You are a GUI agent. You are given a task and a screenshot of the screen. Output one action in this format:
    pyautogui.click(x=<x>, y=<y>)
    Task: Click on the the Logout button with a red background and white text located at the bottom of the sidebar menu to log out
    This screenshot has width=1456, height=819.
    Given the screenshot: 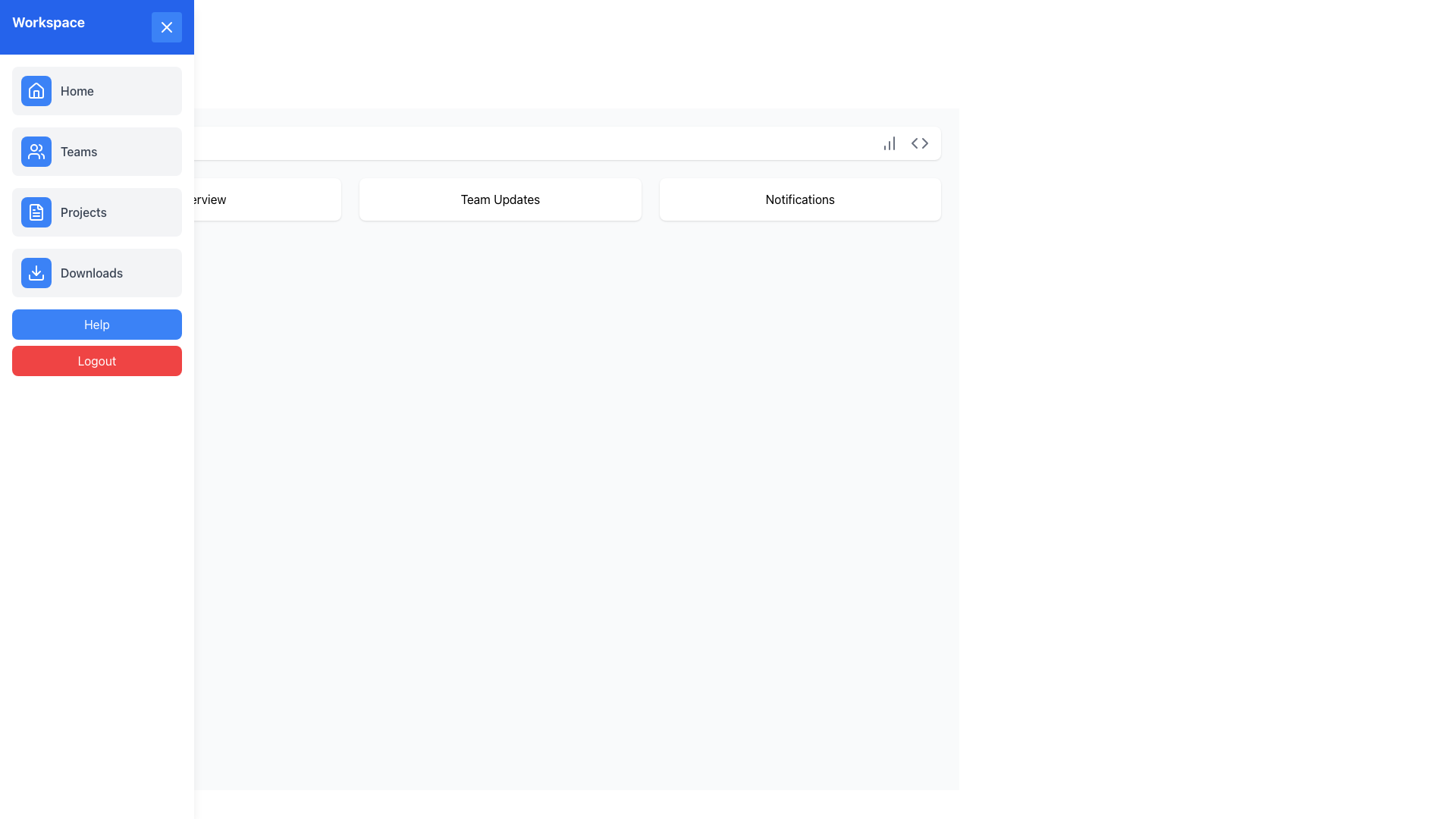 What is the action you would take?
    pyautogui.click(x=96, y=360)
    